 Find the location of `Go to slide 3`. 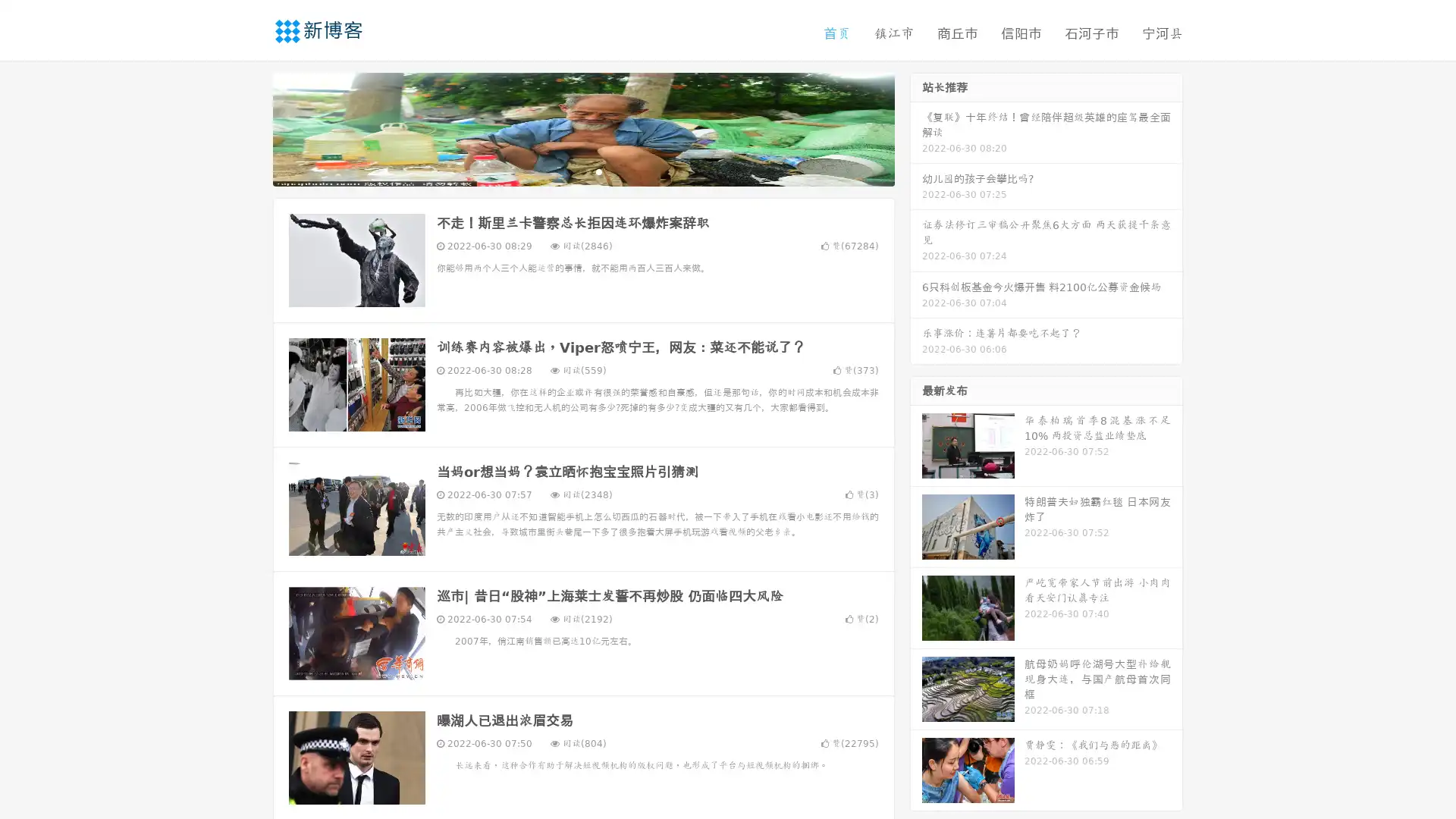

Go to slide 3 is located at coordinates (598, 171).